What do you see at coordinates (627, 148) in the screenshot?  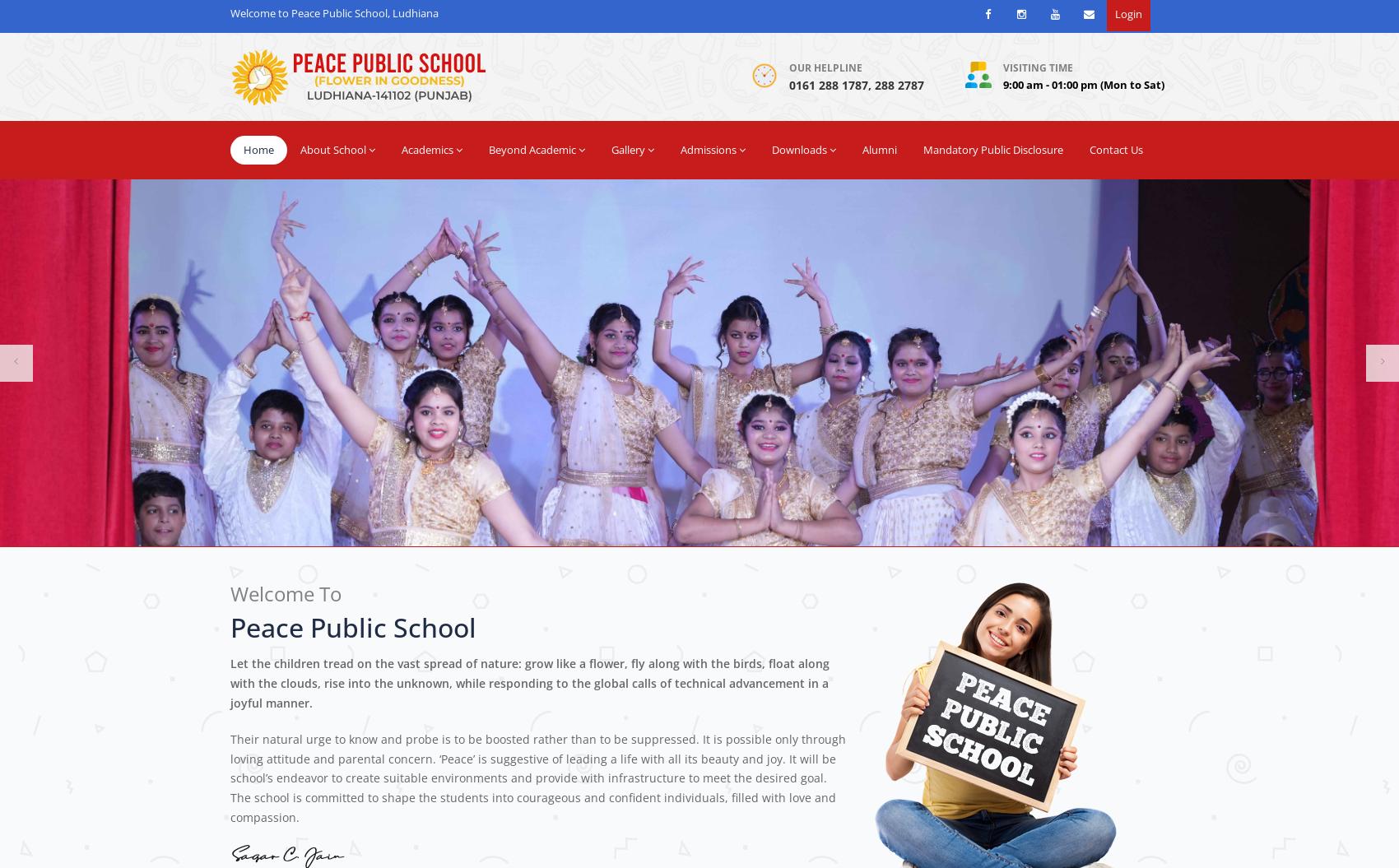 I see `'Gallery'` at bounding box center [627, 148].